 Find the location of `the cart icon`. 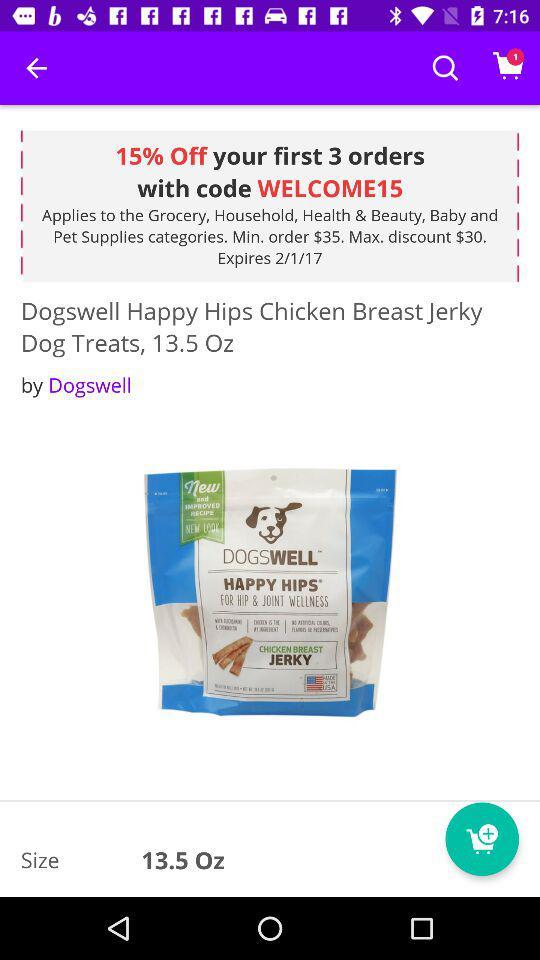

the cart icon is located at coordinates (481, 839).